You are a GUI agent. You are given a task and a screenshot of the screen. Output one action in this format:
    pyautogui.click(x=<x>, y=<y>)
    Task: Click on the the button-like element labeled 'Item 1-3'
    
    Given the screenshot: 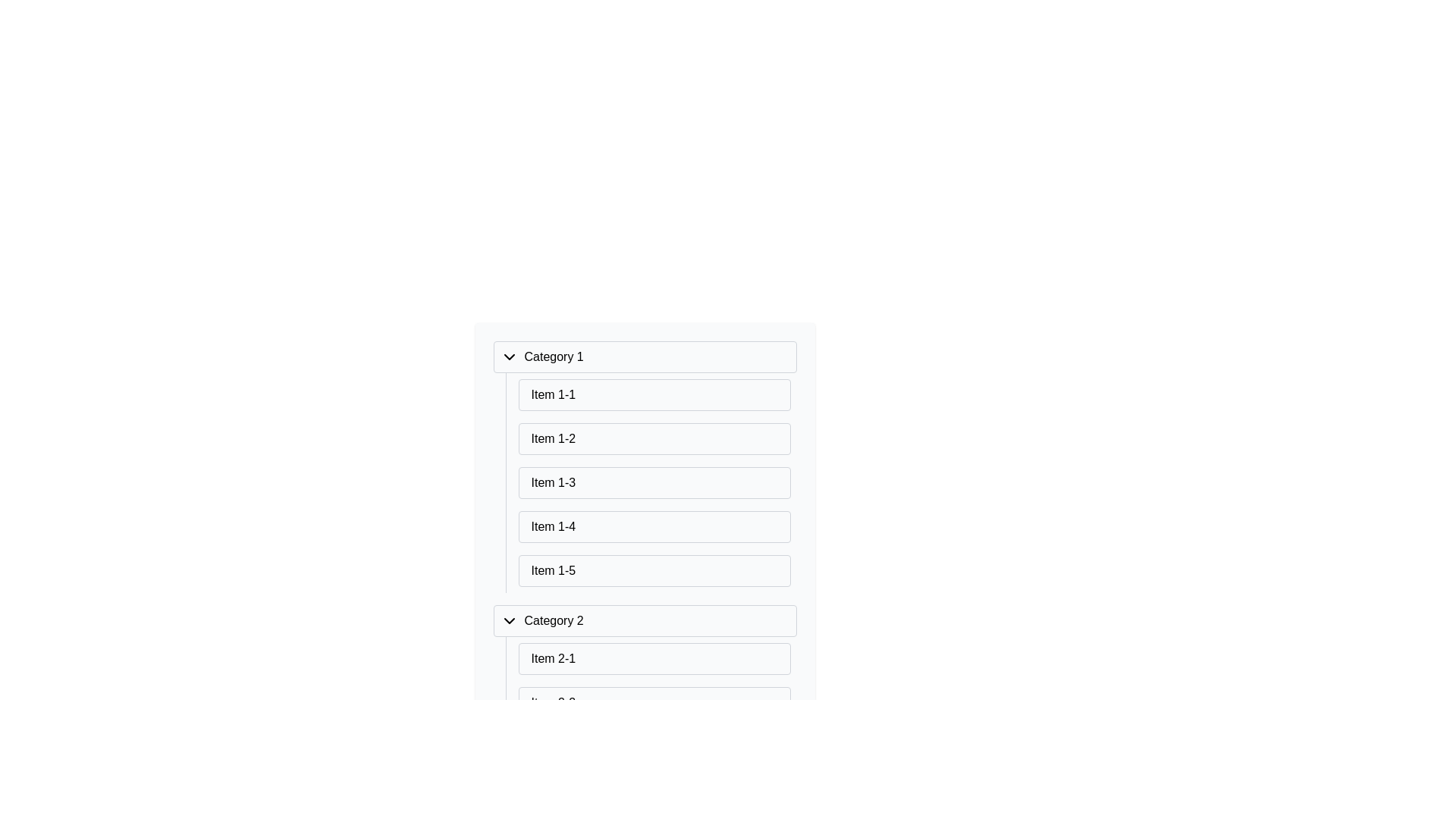 What is the action you would take?
    pyautogui.click(x=654, y=482)
    